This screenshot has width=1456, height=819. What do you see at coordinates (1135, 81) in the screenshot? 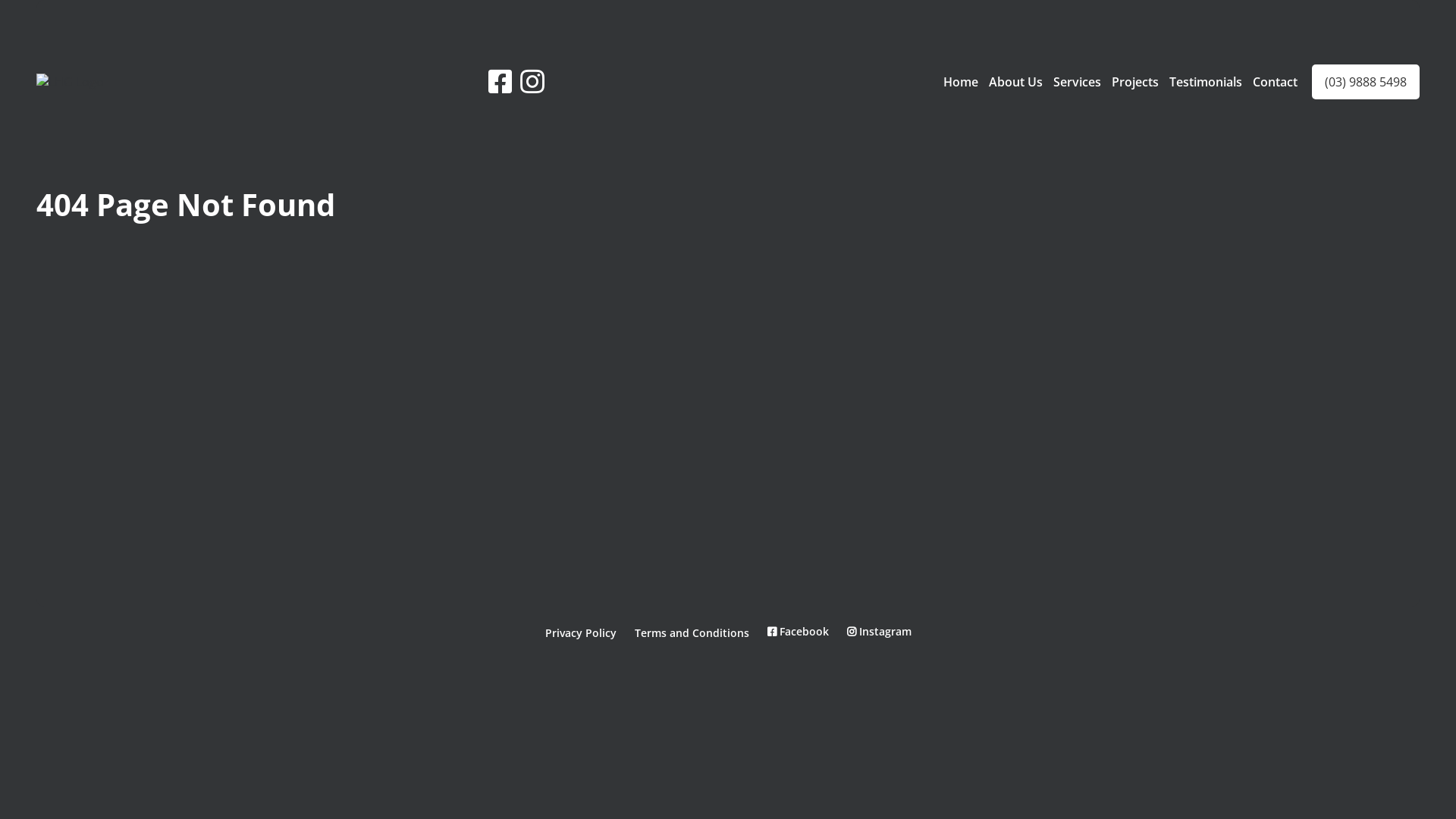
I see `'Projects'` at bounding box center [1135, 81].